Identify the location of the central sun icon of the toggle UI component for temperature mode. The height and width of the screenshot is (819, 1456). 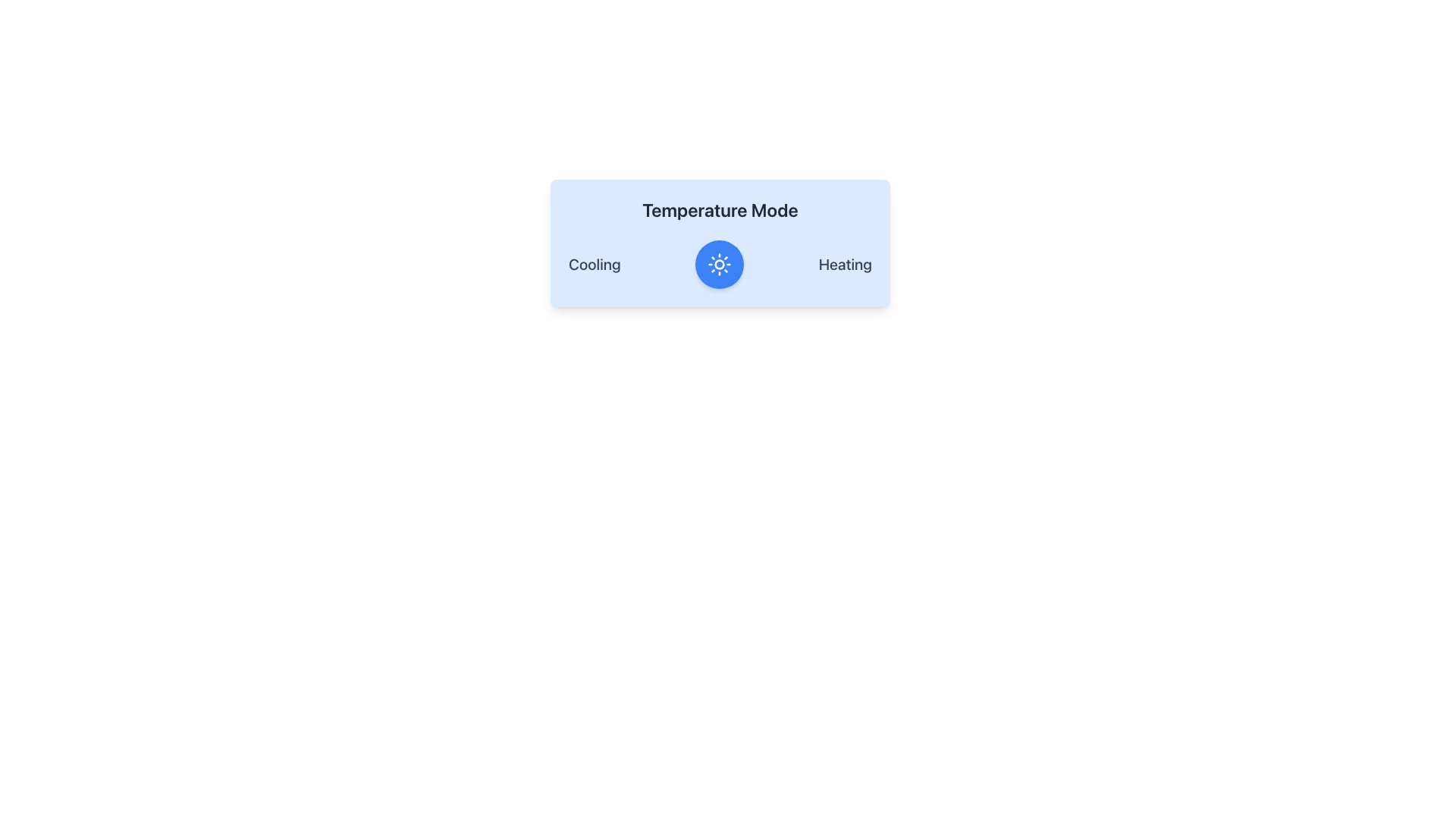
(720, 263).